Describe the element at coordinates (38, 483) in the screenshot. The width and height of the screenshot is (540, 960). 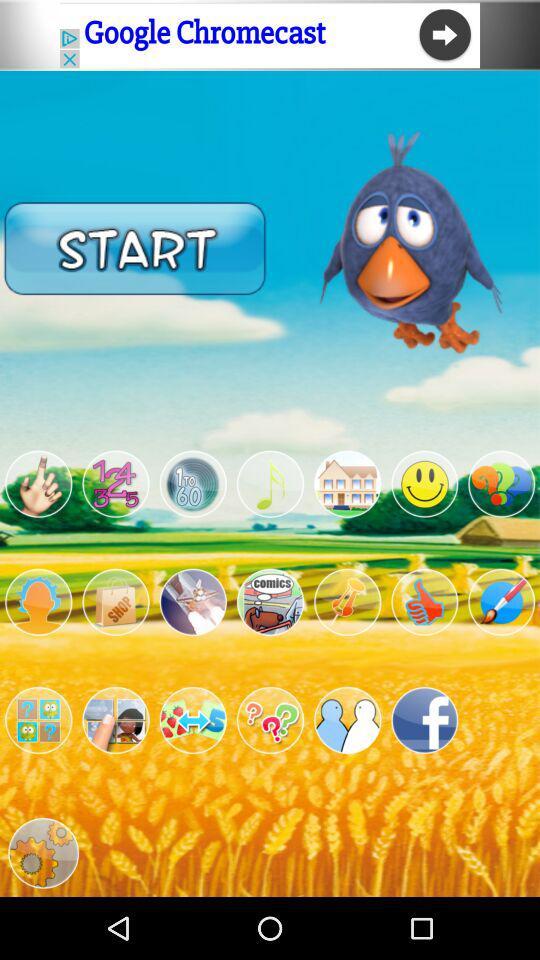
I see `filter` at that location.